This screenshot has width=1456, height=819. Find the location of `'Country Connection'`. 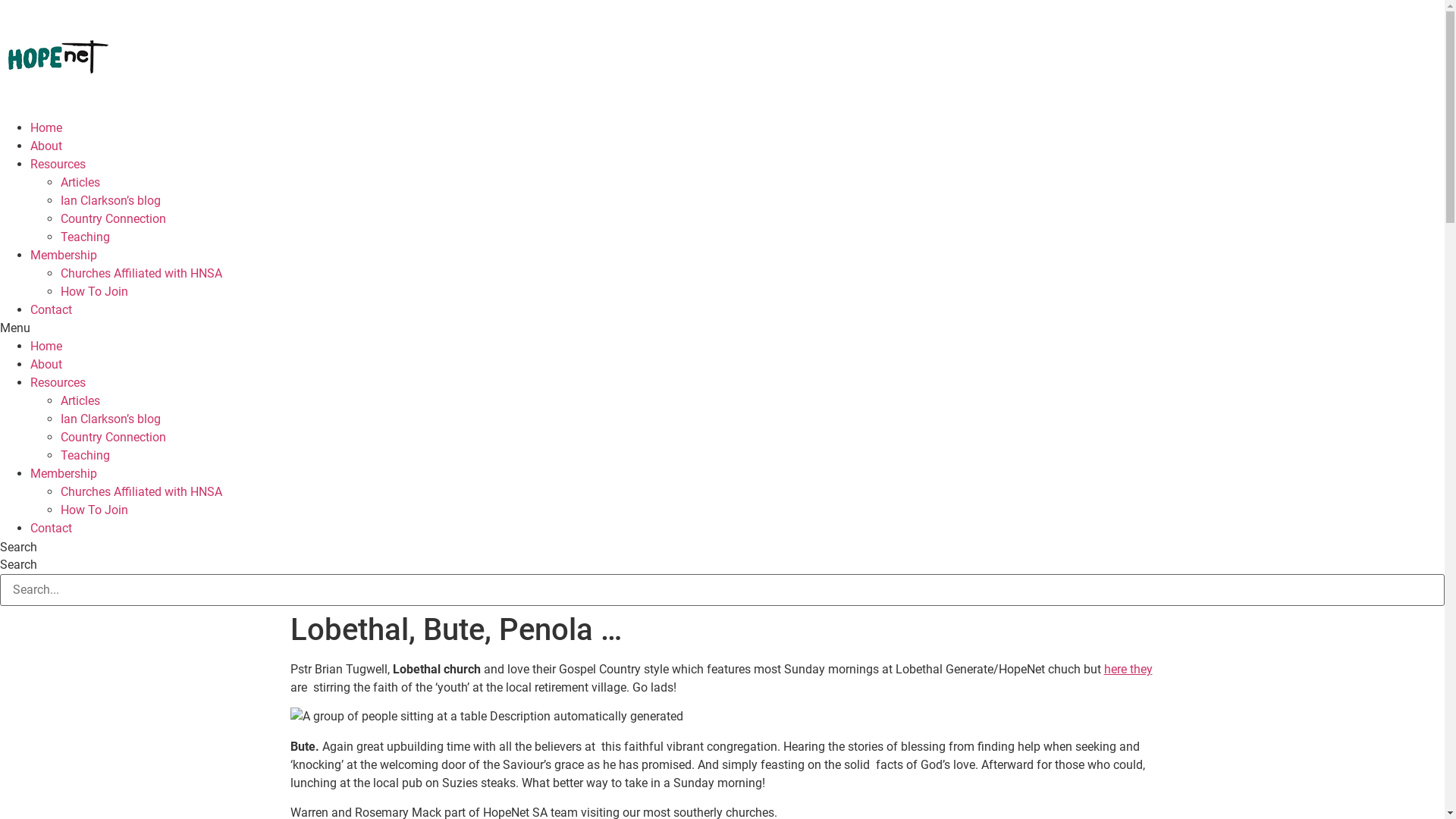

'Country Connection' is located at coordinates (112, 218).